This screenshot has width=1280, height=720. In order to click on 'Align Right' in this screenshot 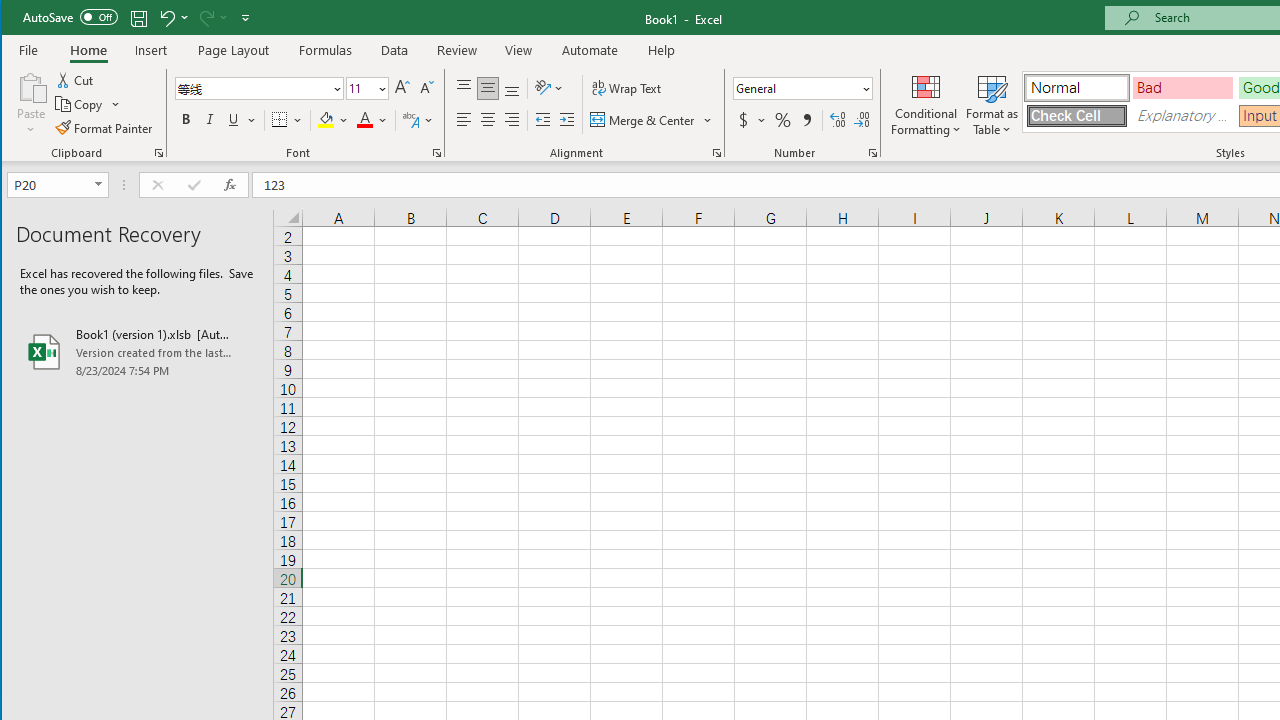, I will do `click(512, 120)`.